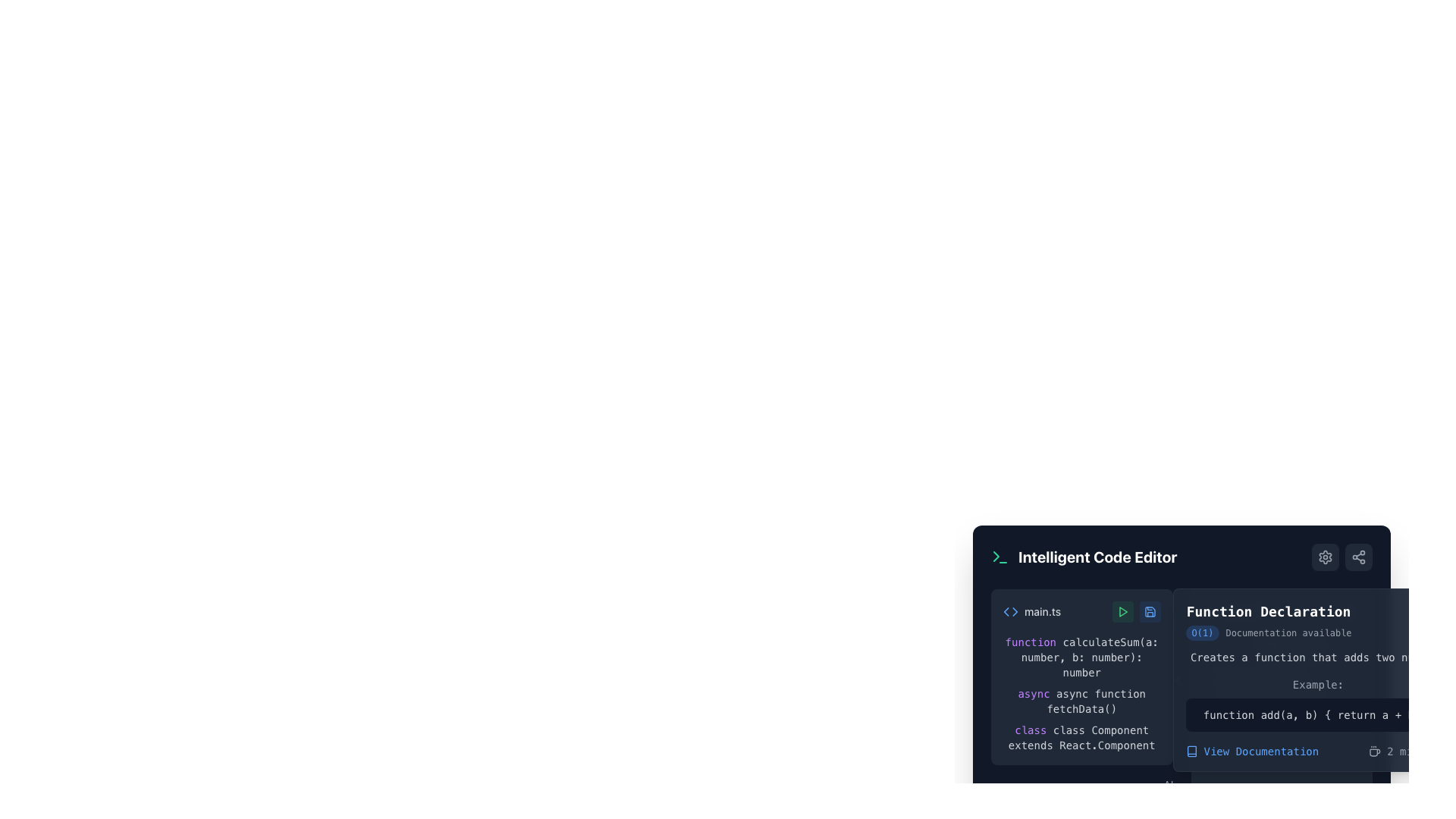  Describe the element at coordinates (996, 556) in the screenshot. I see `the green triangular icon component located at the top of the terminal-like SVG icon` at that location.